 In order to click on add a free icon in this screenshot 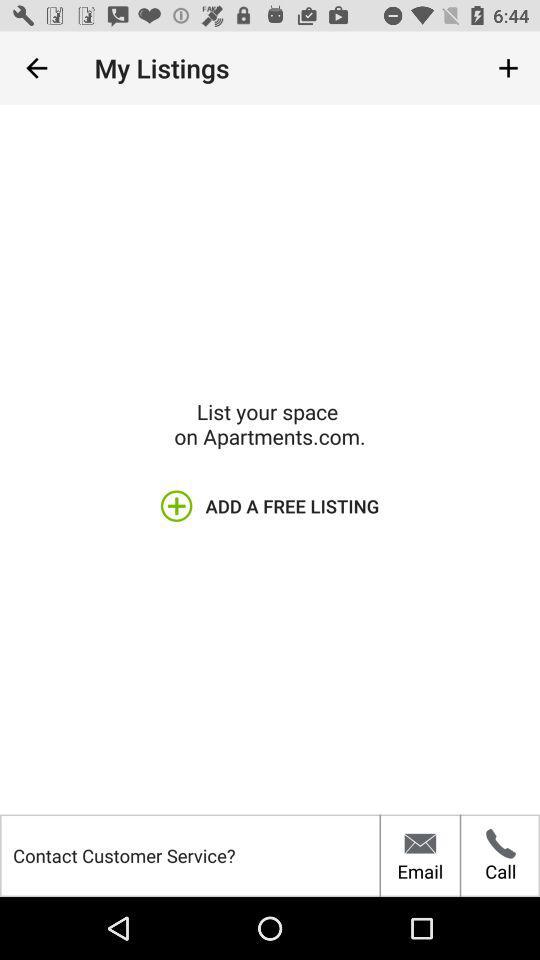, I will do `click(270, 505)`.